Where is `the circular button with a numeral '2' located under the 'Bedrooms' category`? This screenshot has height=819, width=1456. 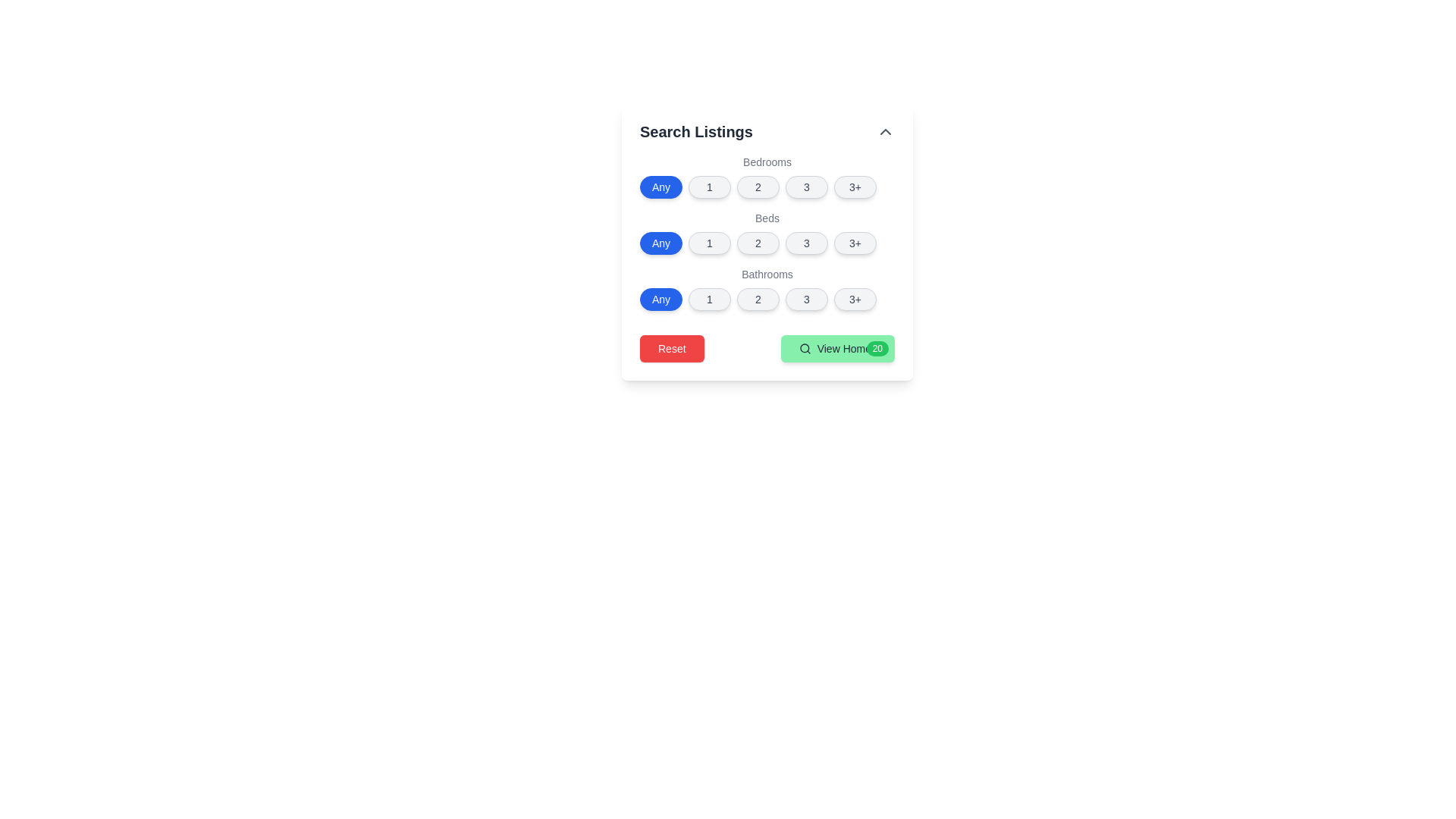 the circular button with a numeral '2' located under the 'Bedrooms' category is located at coordinates (767, 186).